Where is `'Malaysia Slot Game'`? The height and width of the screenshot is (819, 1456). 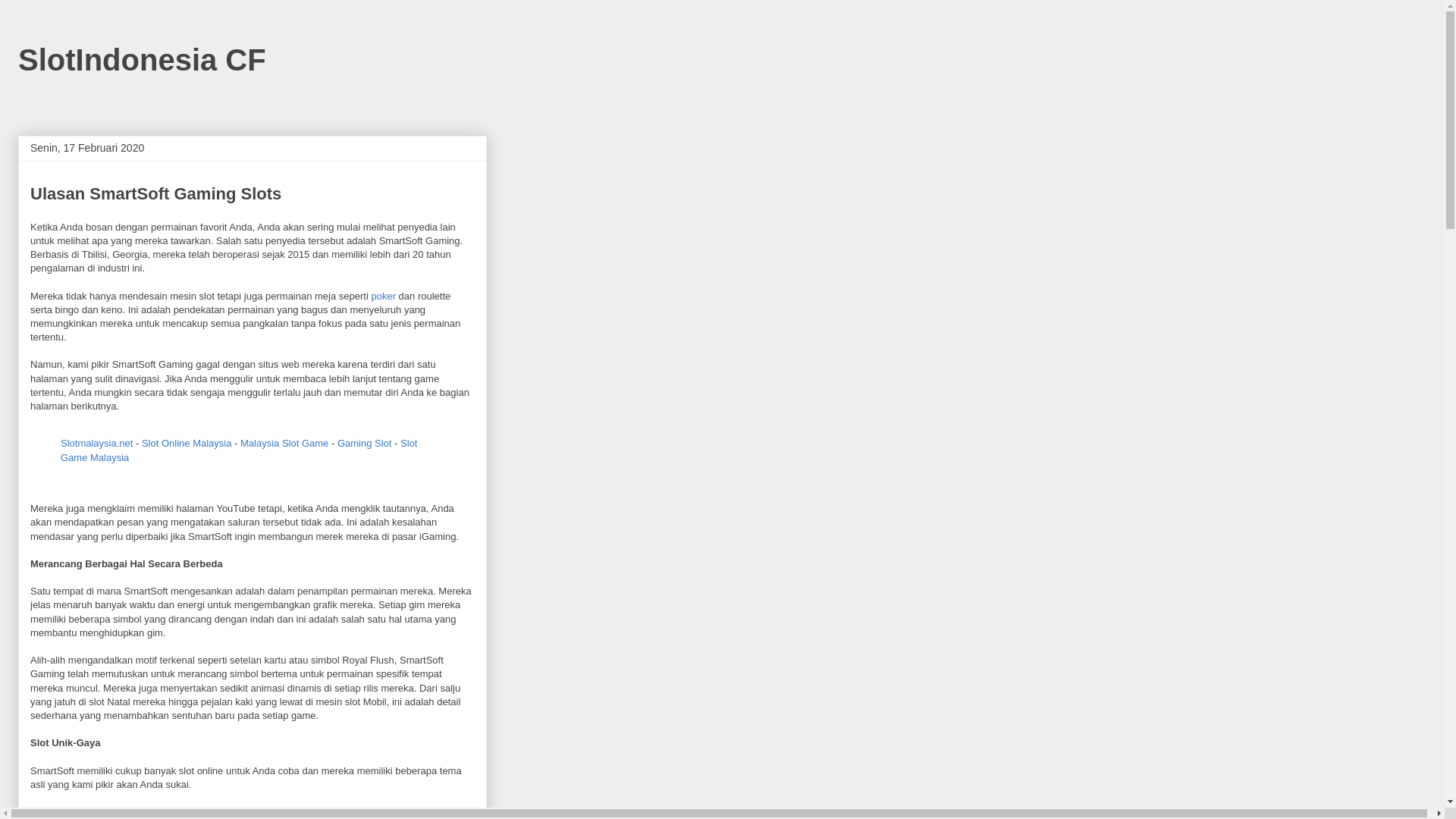 'Malaysia Slot Game' is located at coordinates (284, 443).